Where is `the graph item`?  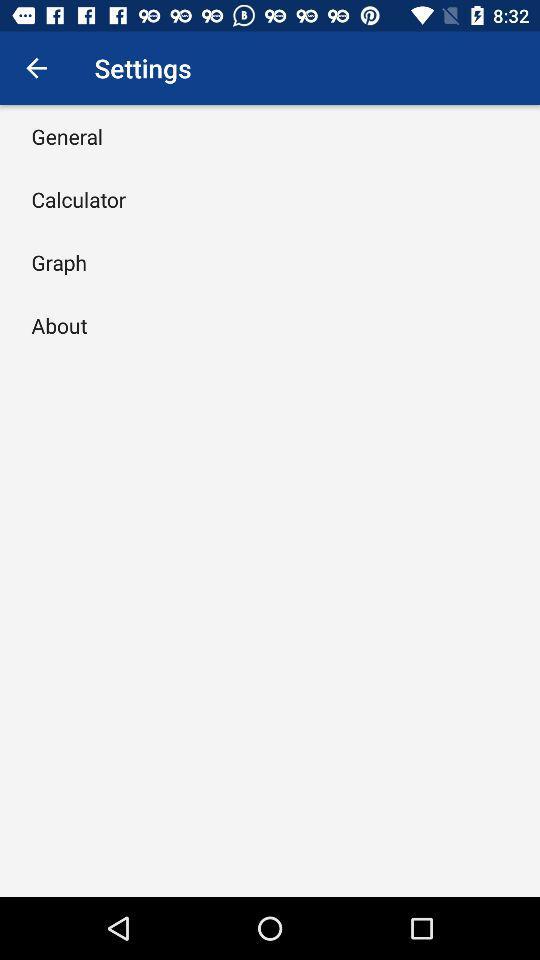
the graph item is located at coordinates (59, 261).